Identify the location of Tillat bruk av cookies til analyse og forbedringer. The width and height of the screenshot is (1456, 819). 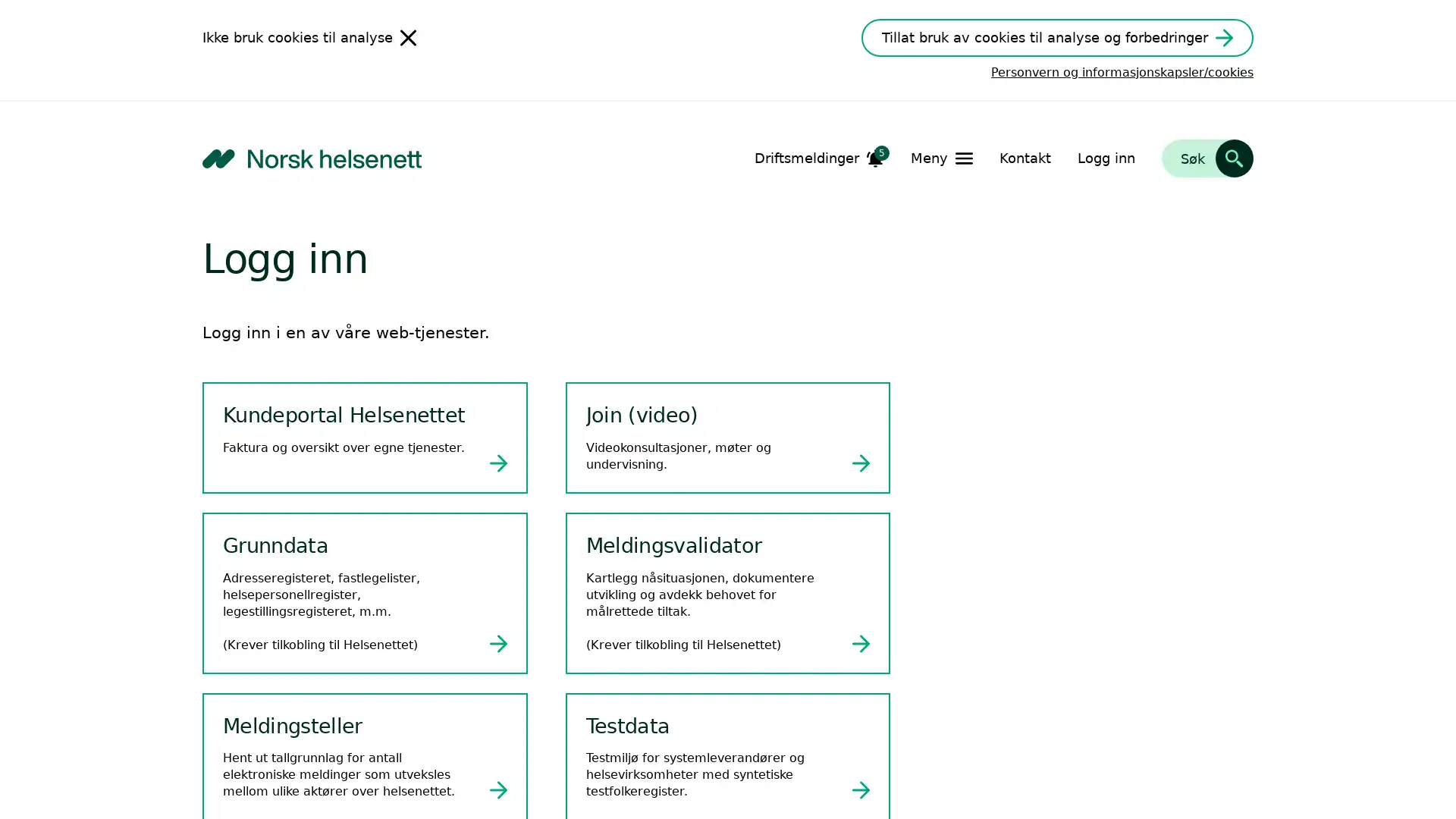
(1056, 37).